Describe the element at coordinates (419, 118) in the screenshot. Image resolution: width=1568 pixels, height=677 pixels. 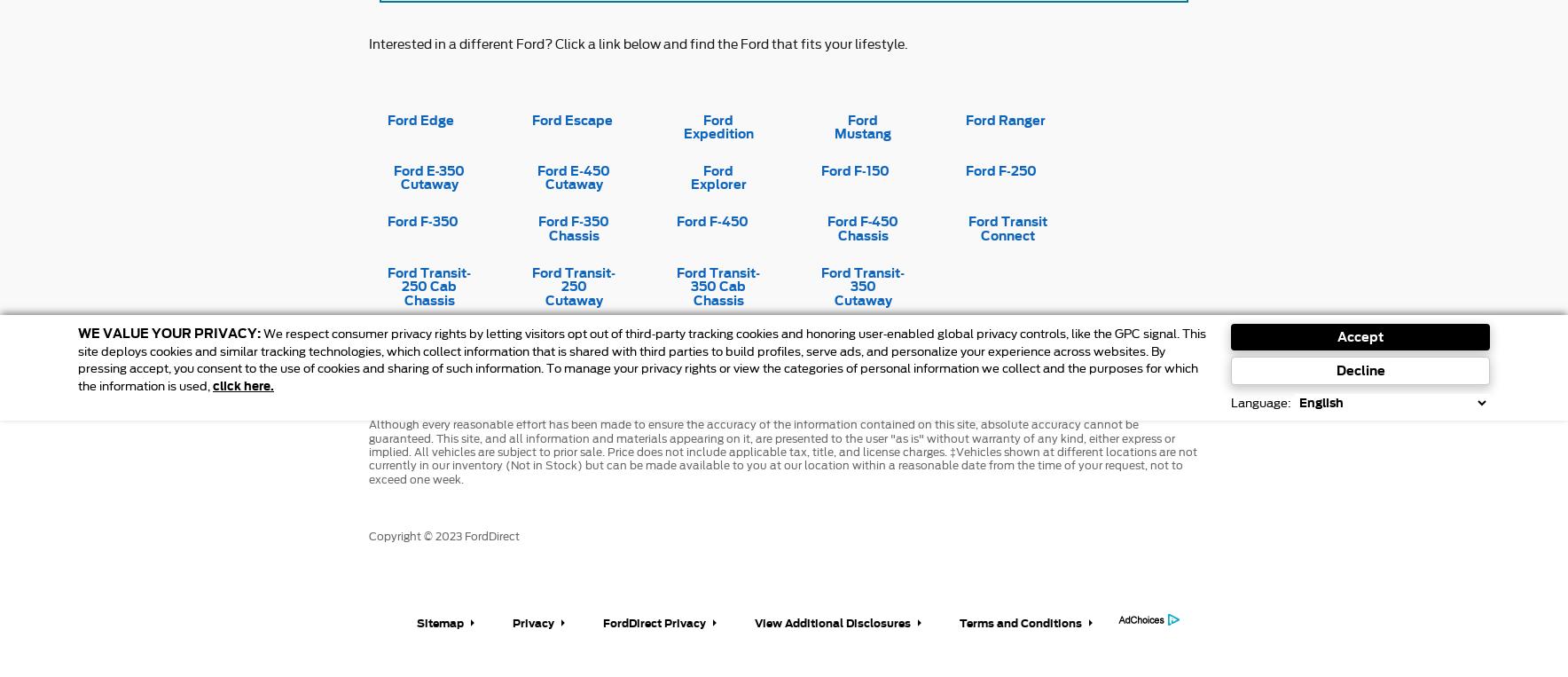
I see `'Ford Edge'` at that location.